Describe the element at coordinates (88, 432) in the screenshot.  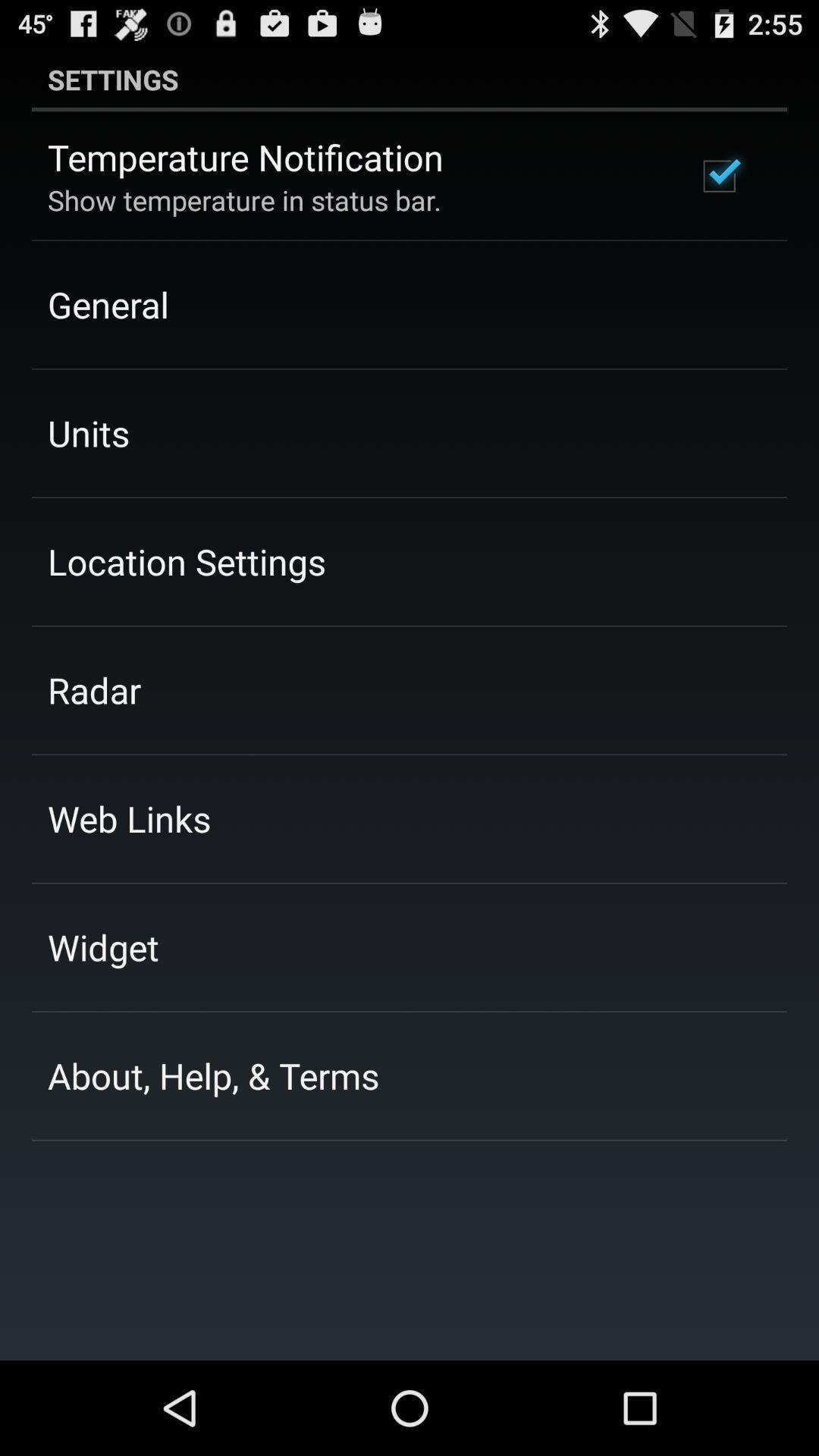
I see `the units` at that location.